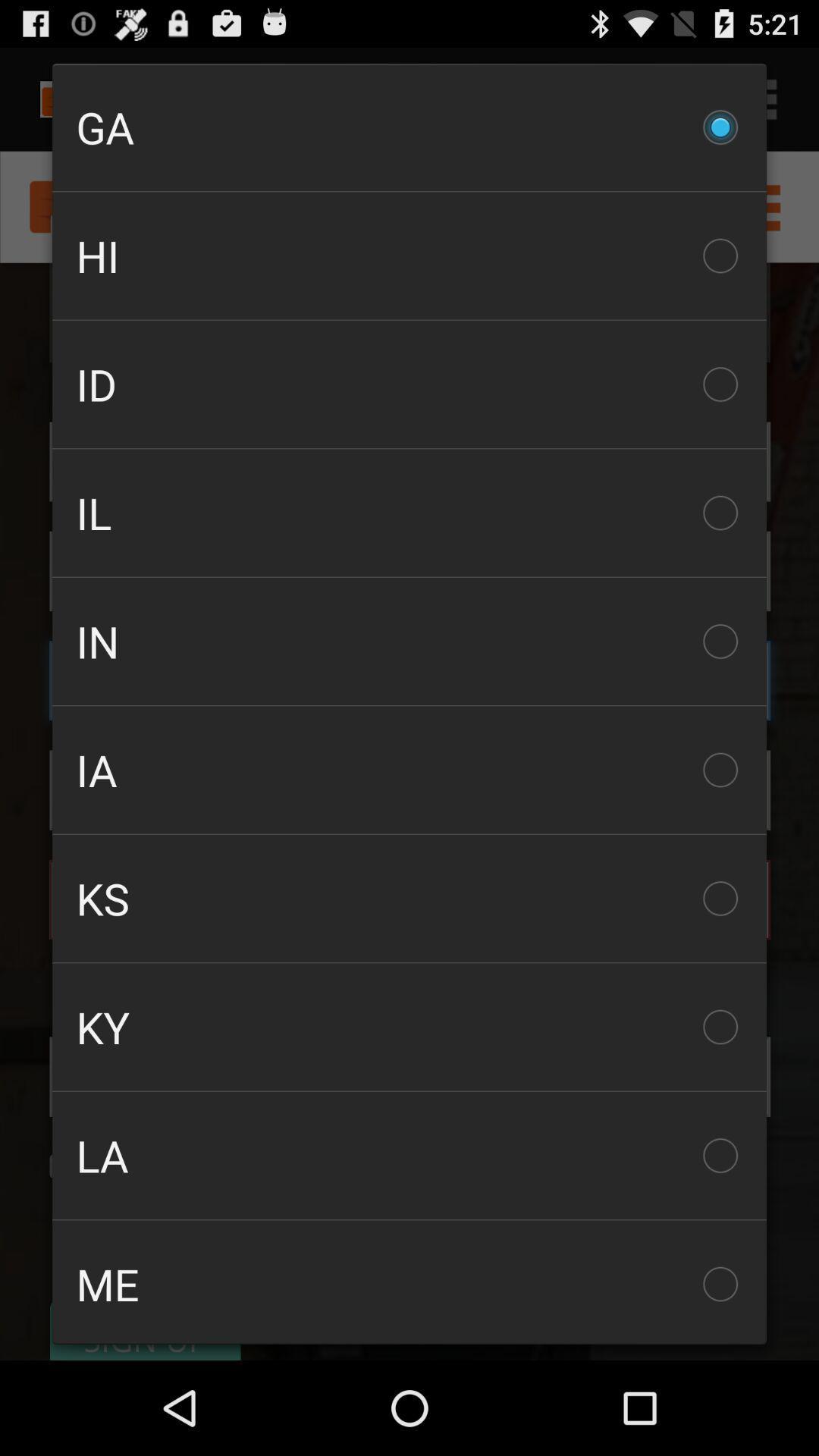  Describe the element at coordinates (409, 513) in the screenshot. I see `il item` at that location.